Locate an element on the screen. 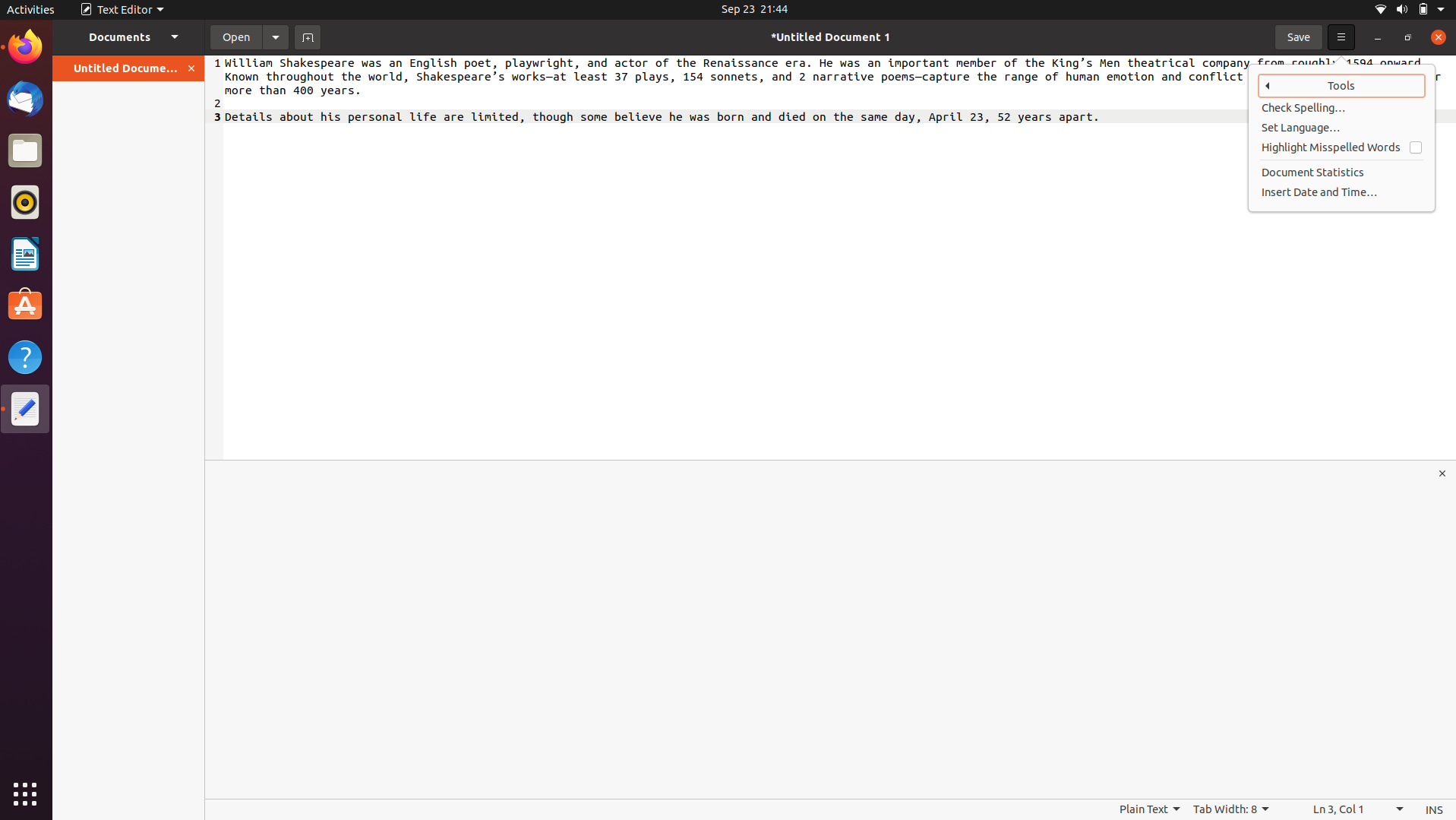 The image size is (1456, 820). the document titled textfile.txt is located at coordinates (233, 36).